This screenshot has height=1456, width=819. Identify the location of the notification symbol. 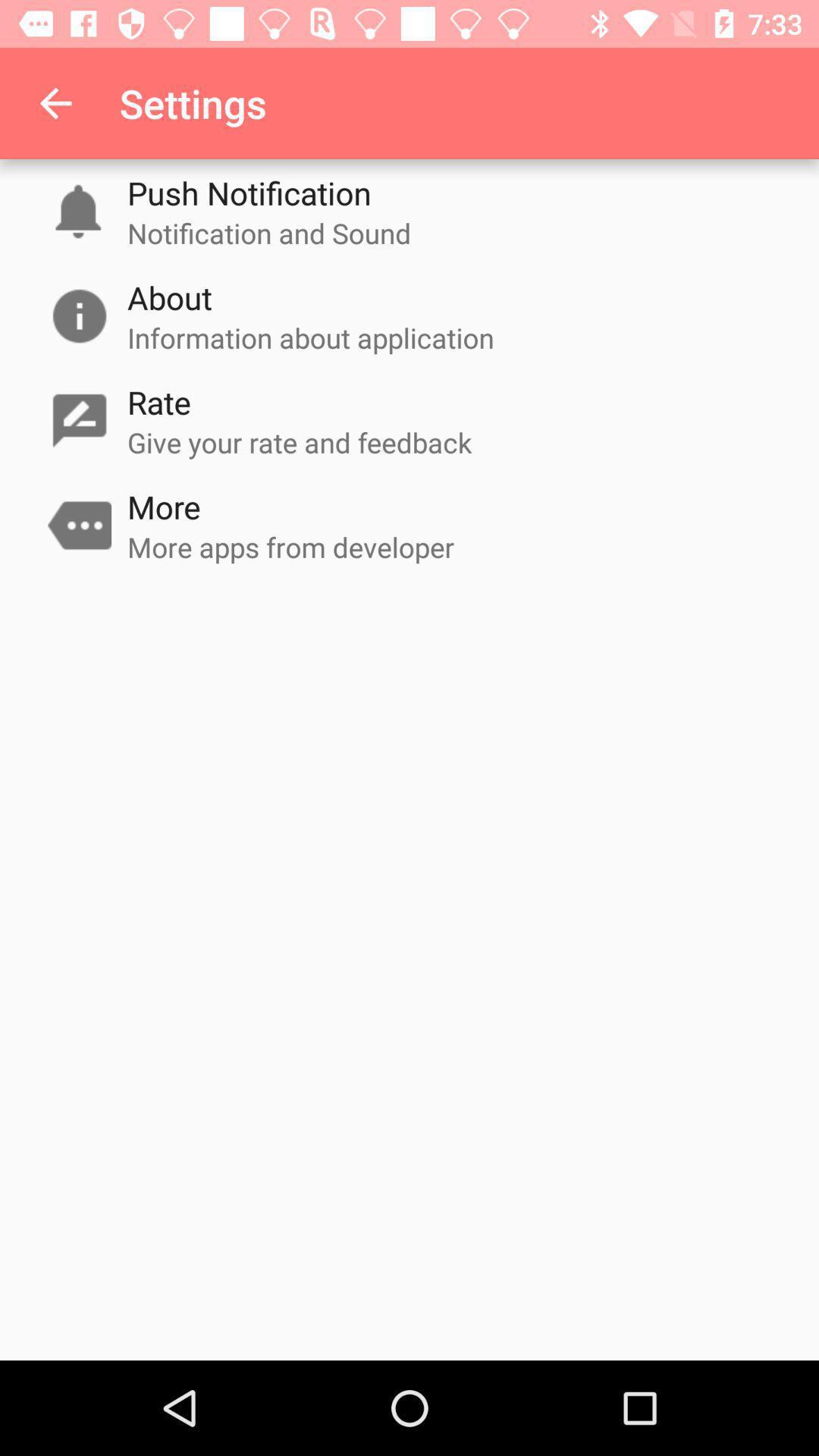
(79, 210).